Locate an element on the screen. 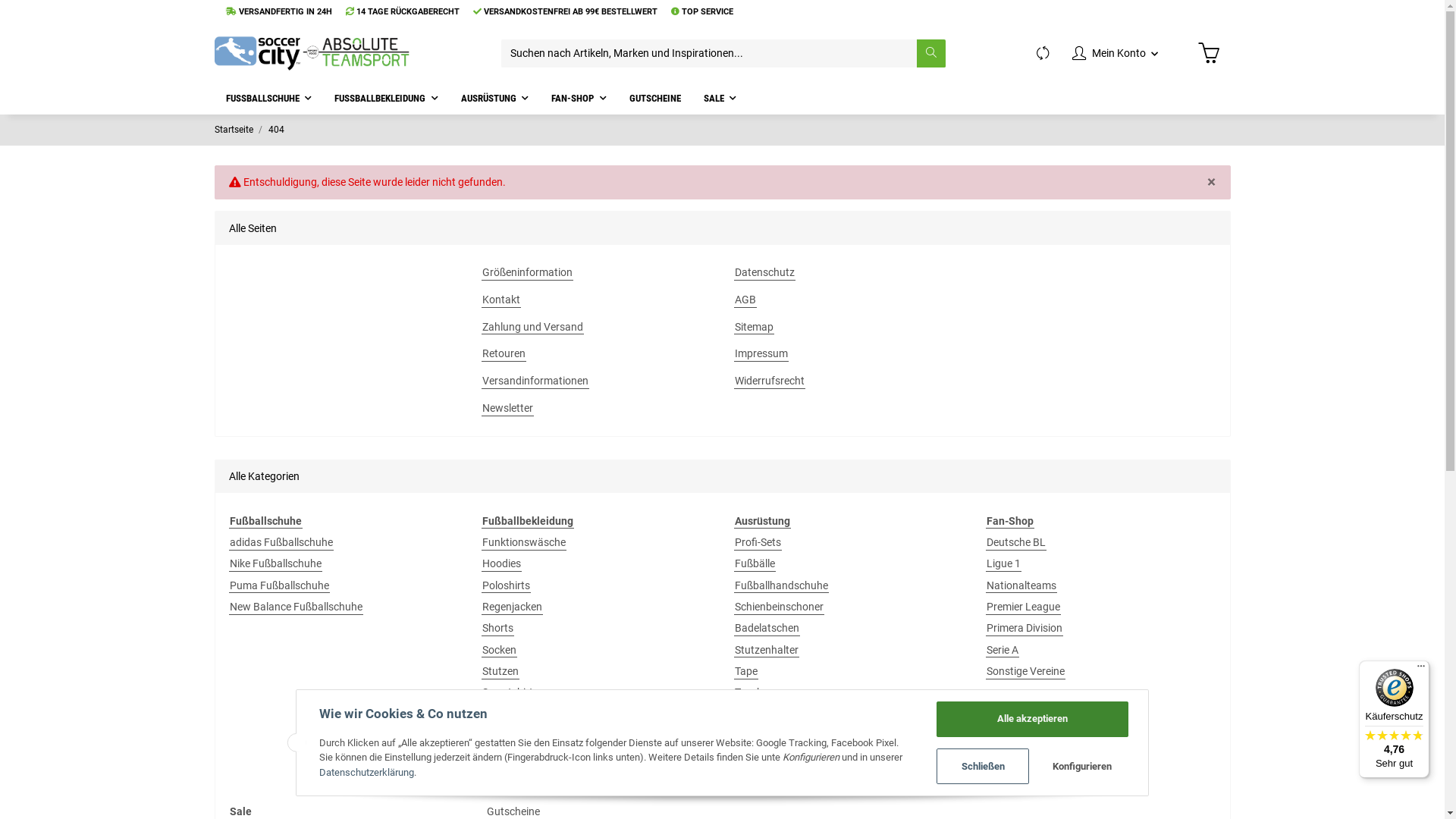 Image resolution: width=1456 pixels, height=819 pixels. 'FUSSBALLBEKLEIDUNG' is located at coordinates (386, 99).